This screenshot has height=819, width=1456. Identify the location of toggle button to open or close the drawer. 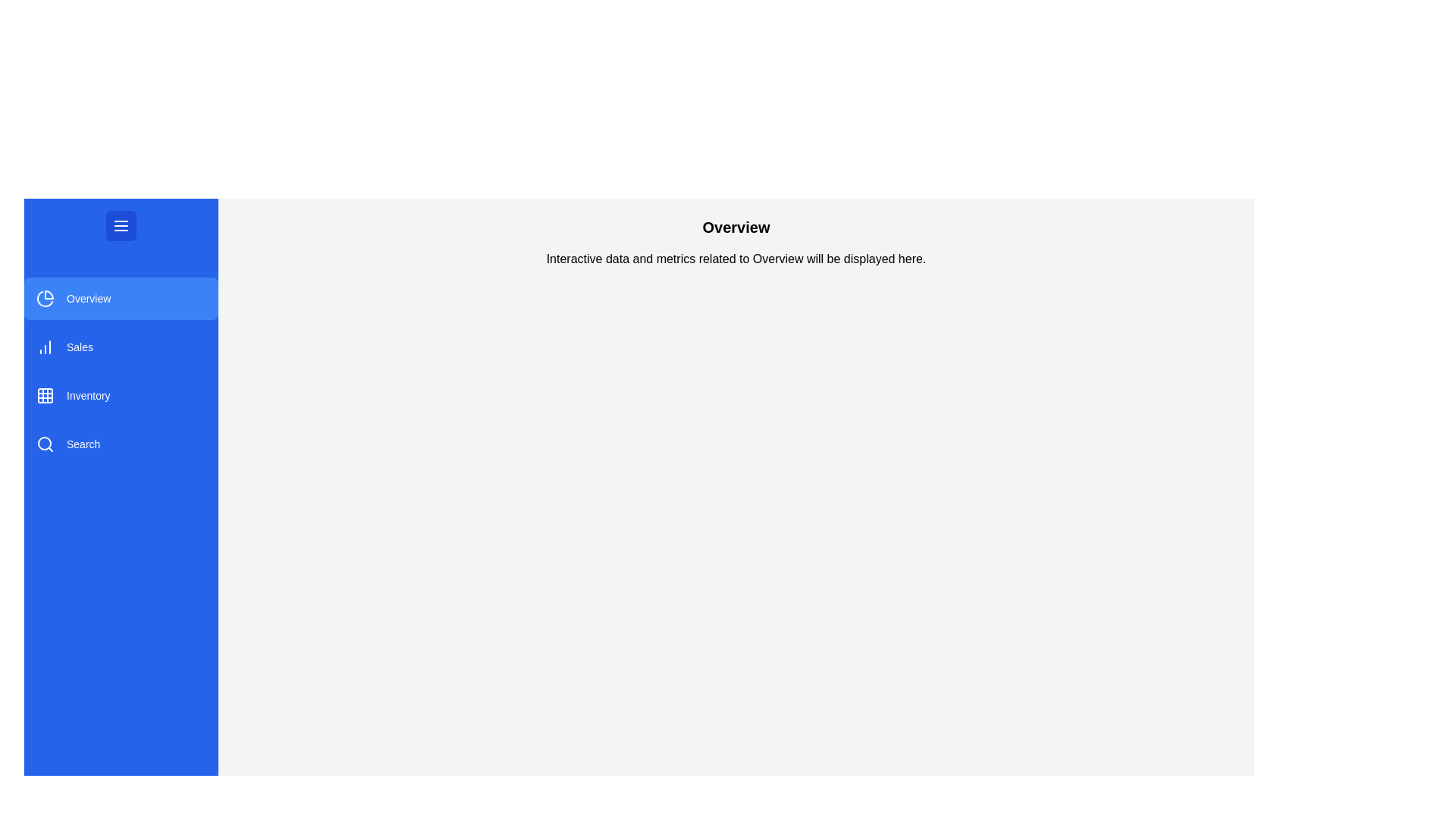
(120, 225).